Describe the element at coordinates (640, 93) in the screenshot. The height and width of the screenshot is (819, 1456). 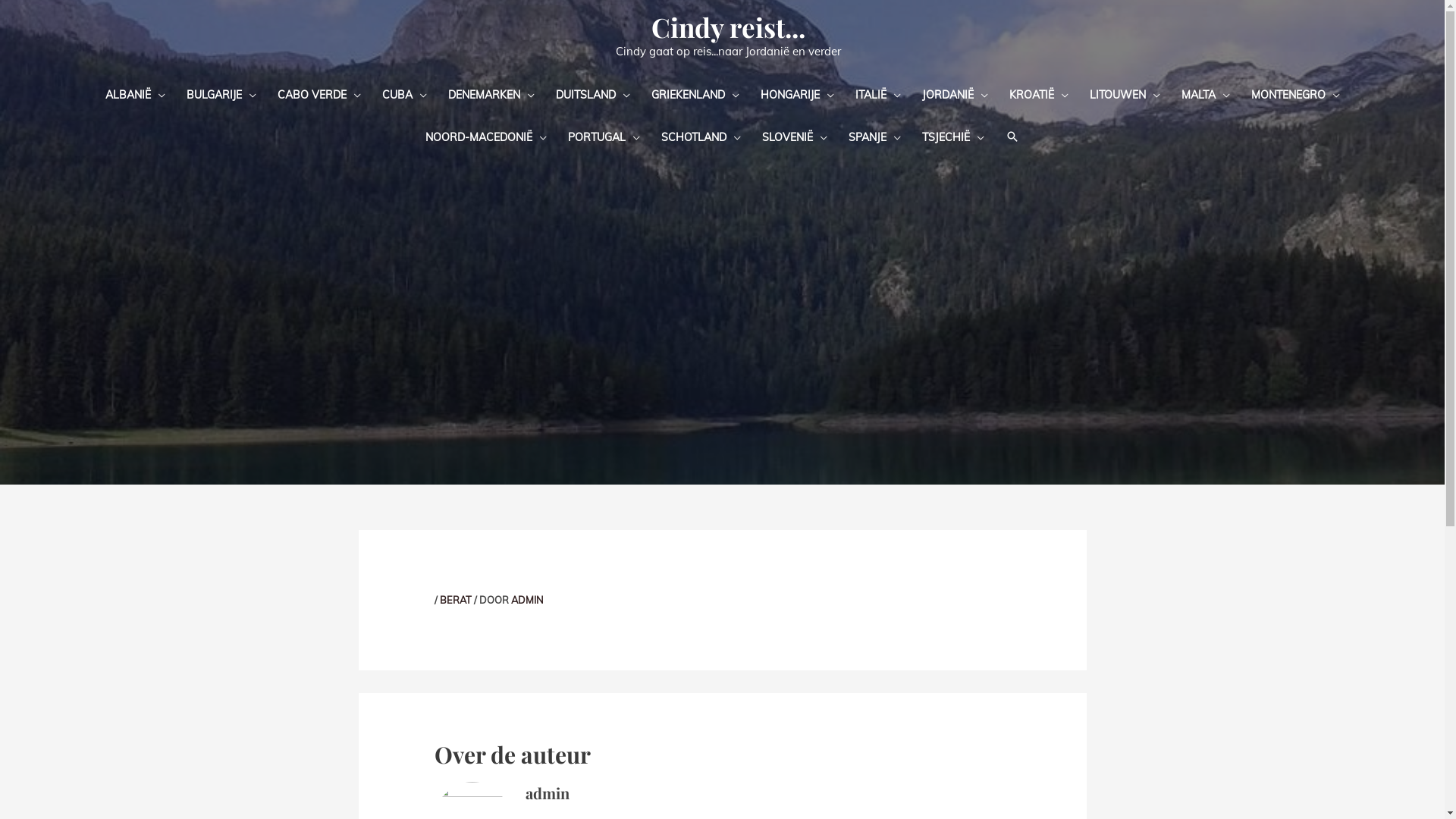
I see `'GRIEKENLAND'` at that location.